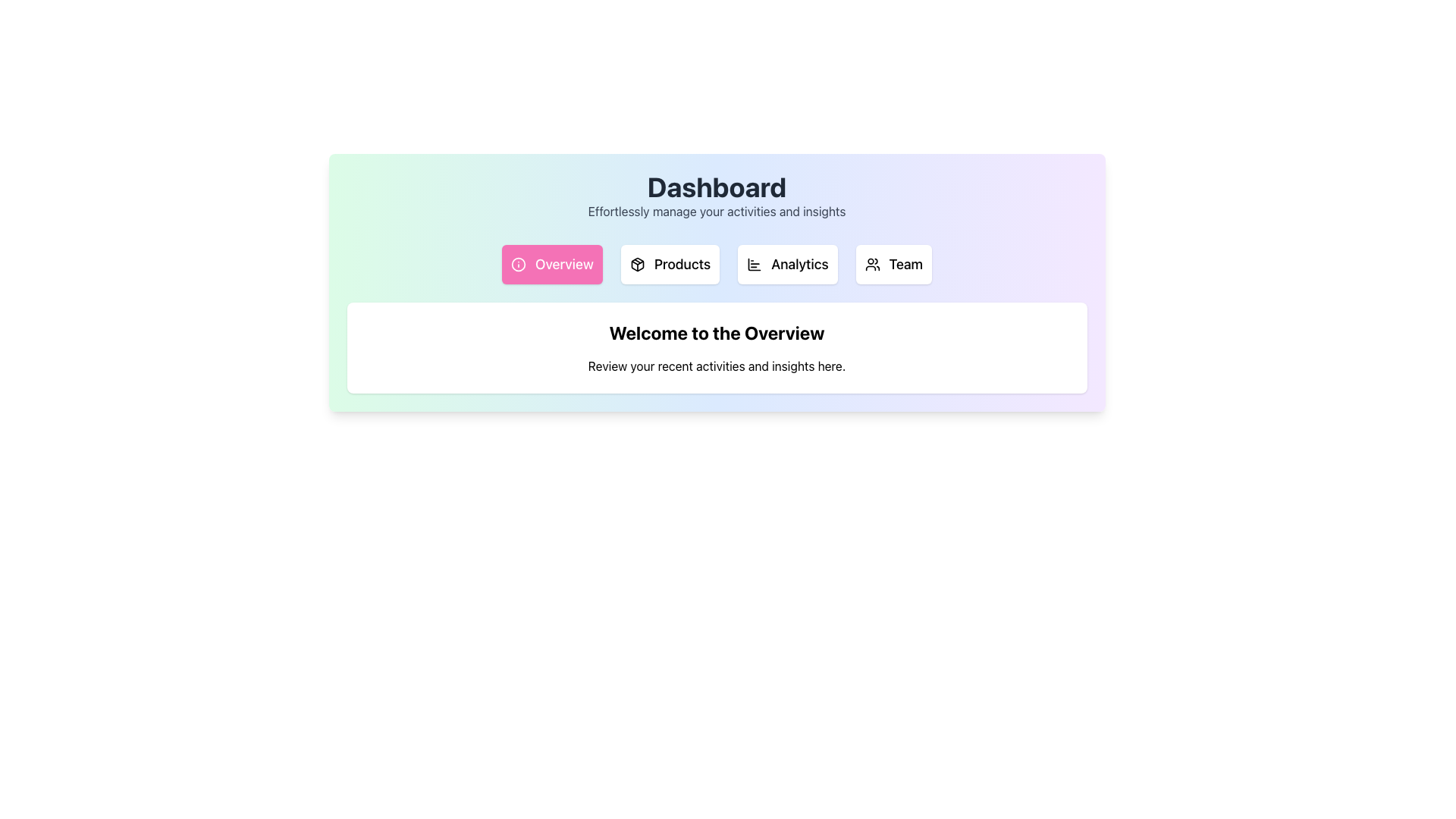  Describe the element at coordinates (637, 263) in the screenshot. I see `the 'Products' SVG Icon located in the navigation bar, which is the second button from the left among 'Overview', 'Analytics', and 'Team'` at that location.